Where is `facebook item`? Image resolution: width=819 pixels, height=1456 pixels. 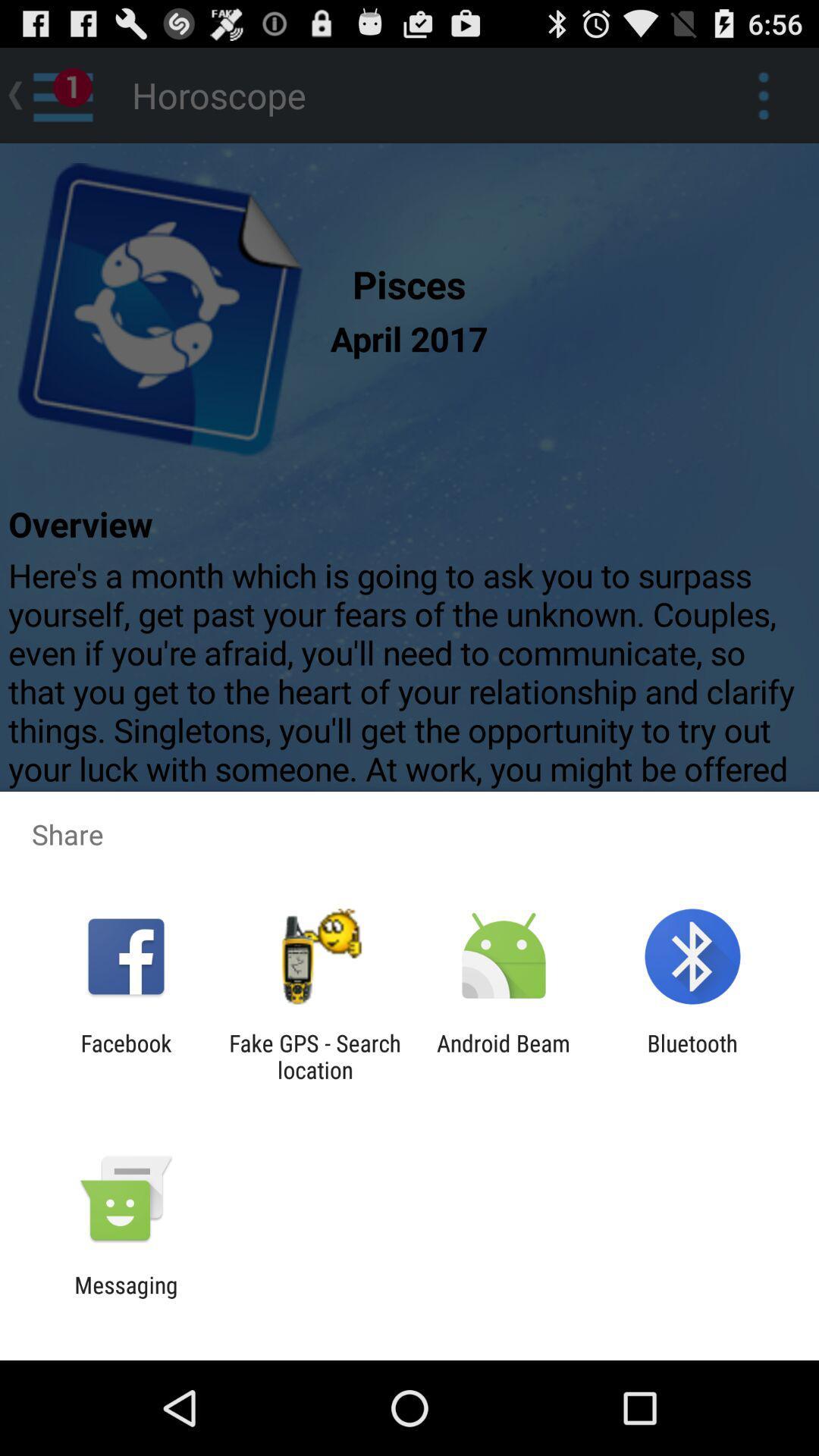
facebook item is located at coordinates (125, 1056).